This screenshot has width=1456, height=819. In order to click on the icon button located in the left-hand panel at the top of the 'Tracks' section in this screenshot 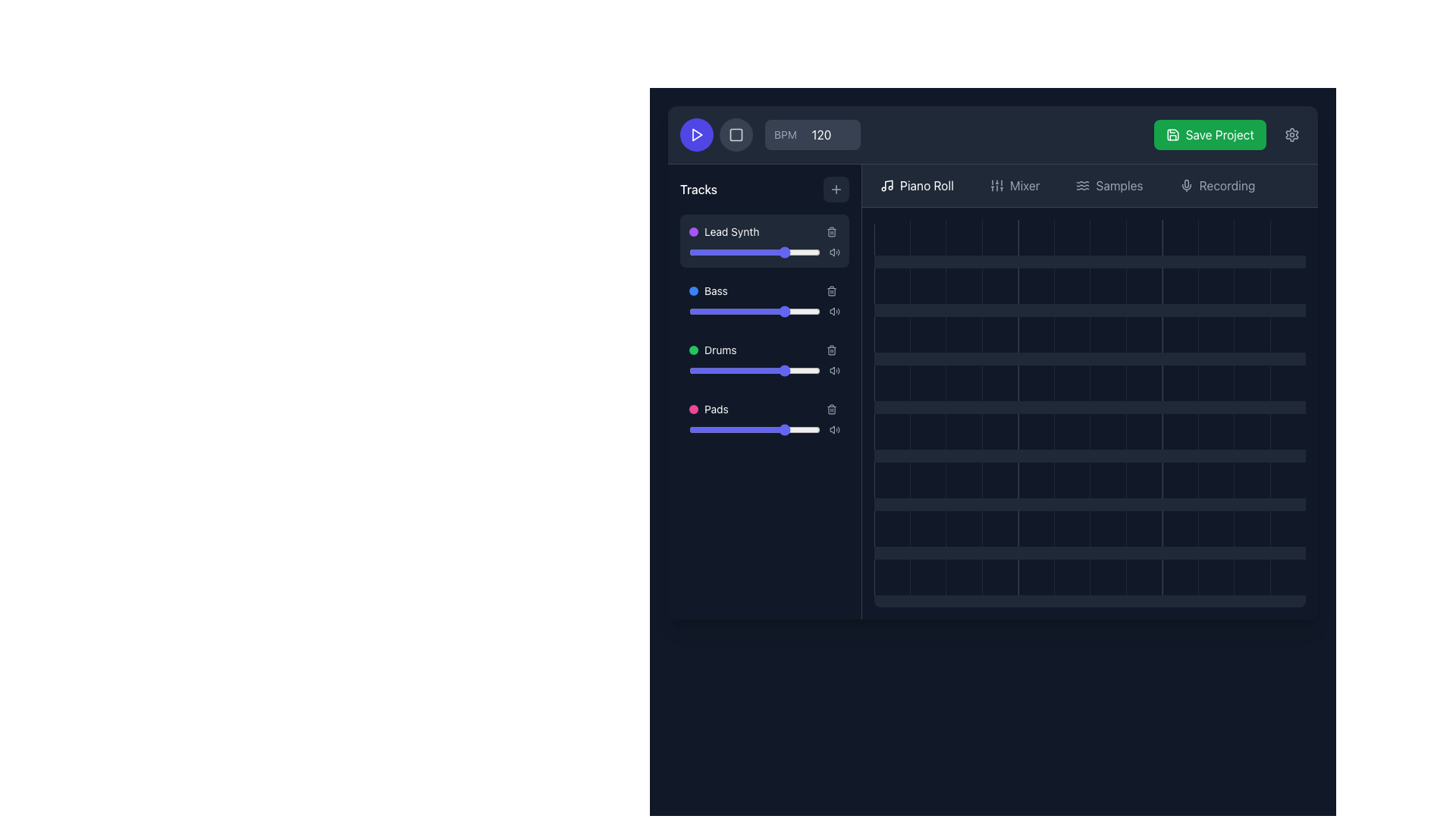, I will do `click(836, 189)`.